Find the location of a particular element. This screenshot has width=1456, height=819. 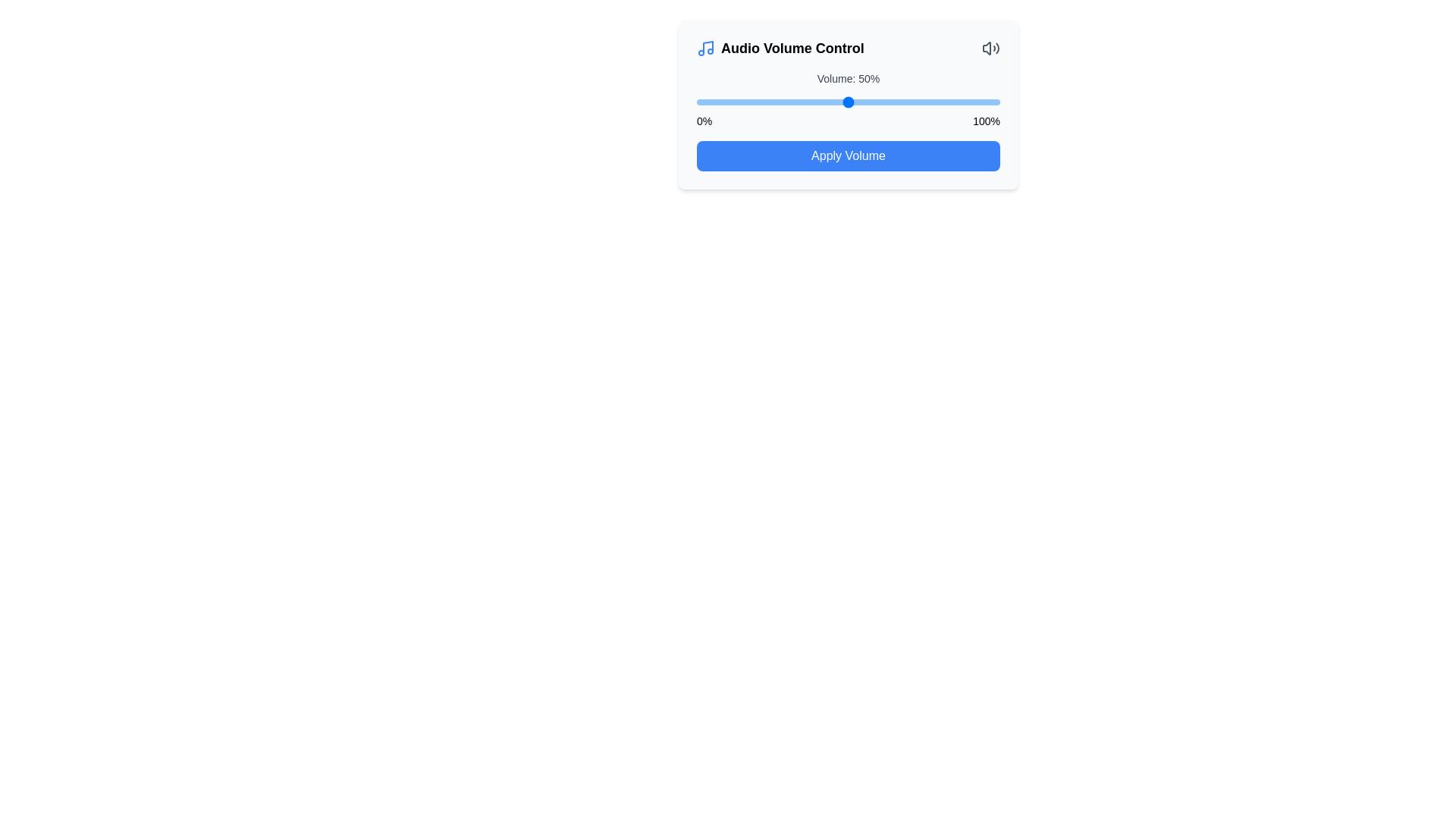

the volume is located at coordinates (782, 102).